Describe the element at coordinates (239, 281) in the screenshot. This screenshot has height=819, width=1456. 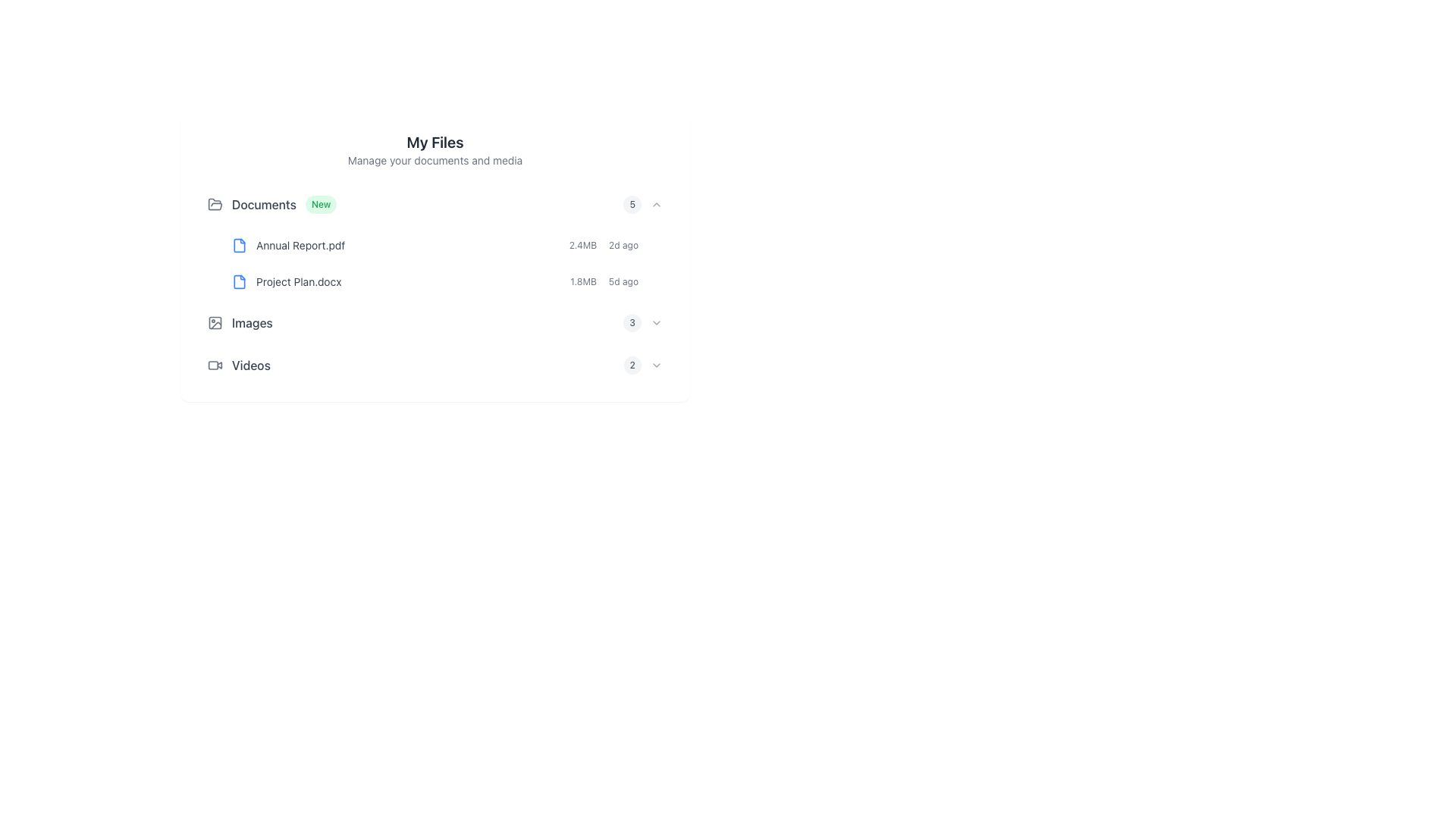
I see `the document icon that visually represents the file 'Project Plan.docx'` at that location.